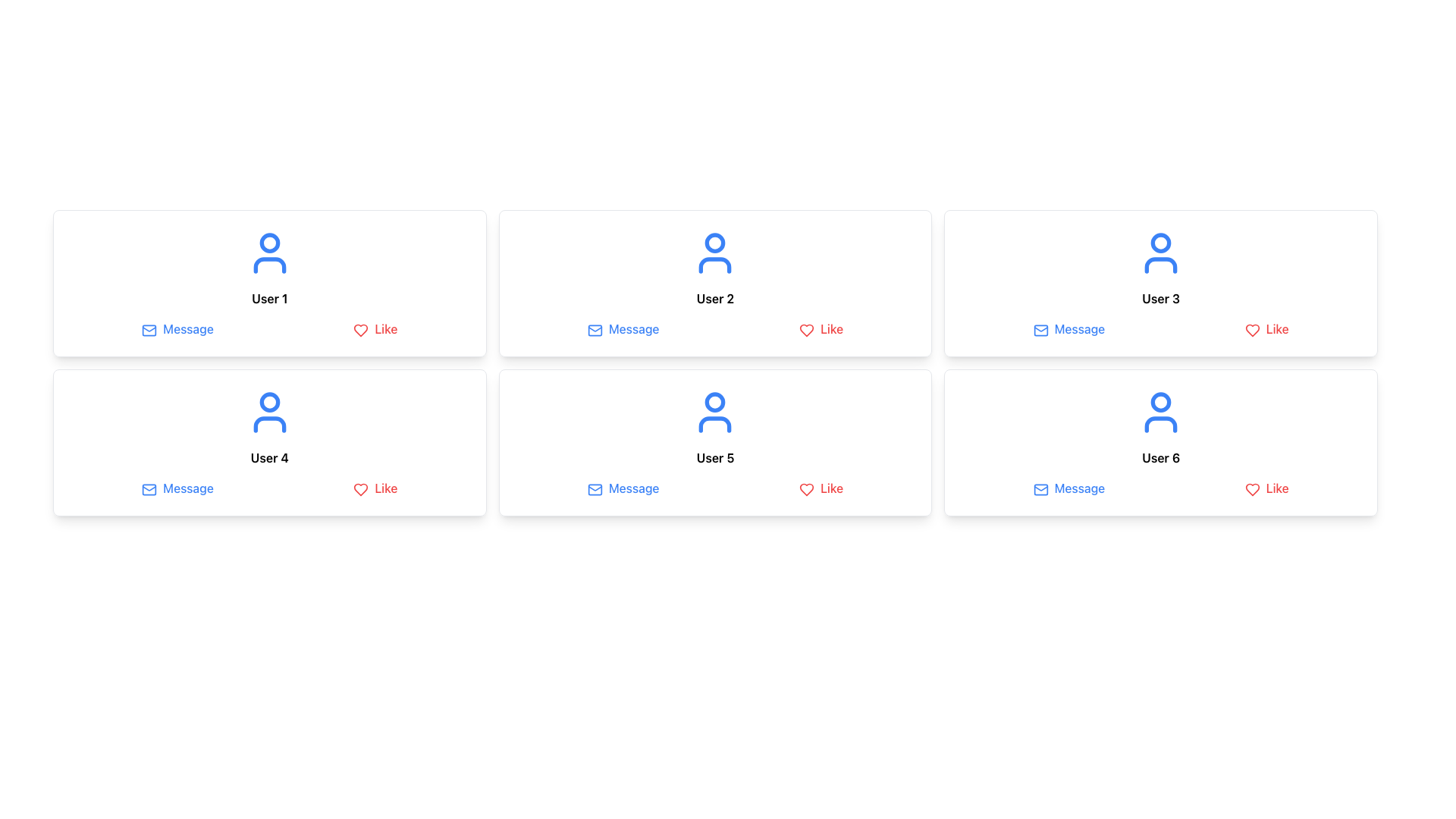  I want to click on the blue user icon representing 'User 4' in the upper section of the user card, which visually depicts the user's head, so click(269, 401).